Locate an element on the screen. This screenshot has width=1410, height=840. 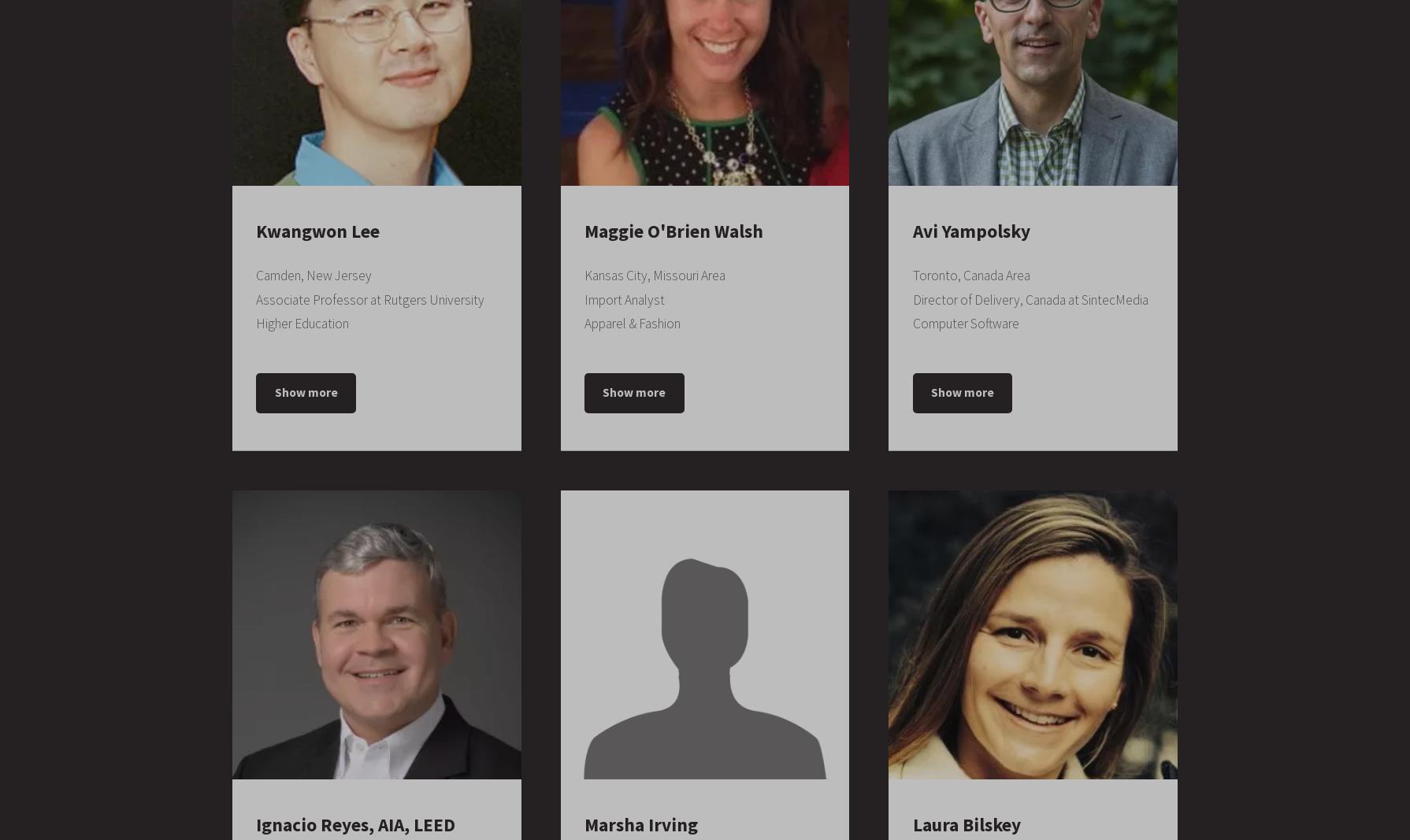
'May 2013 – Present' is located at coordinates (689, 789).